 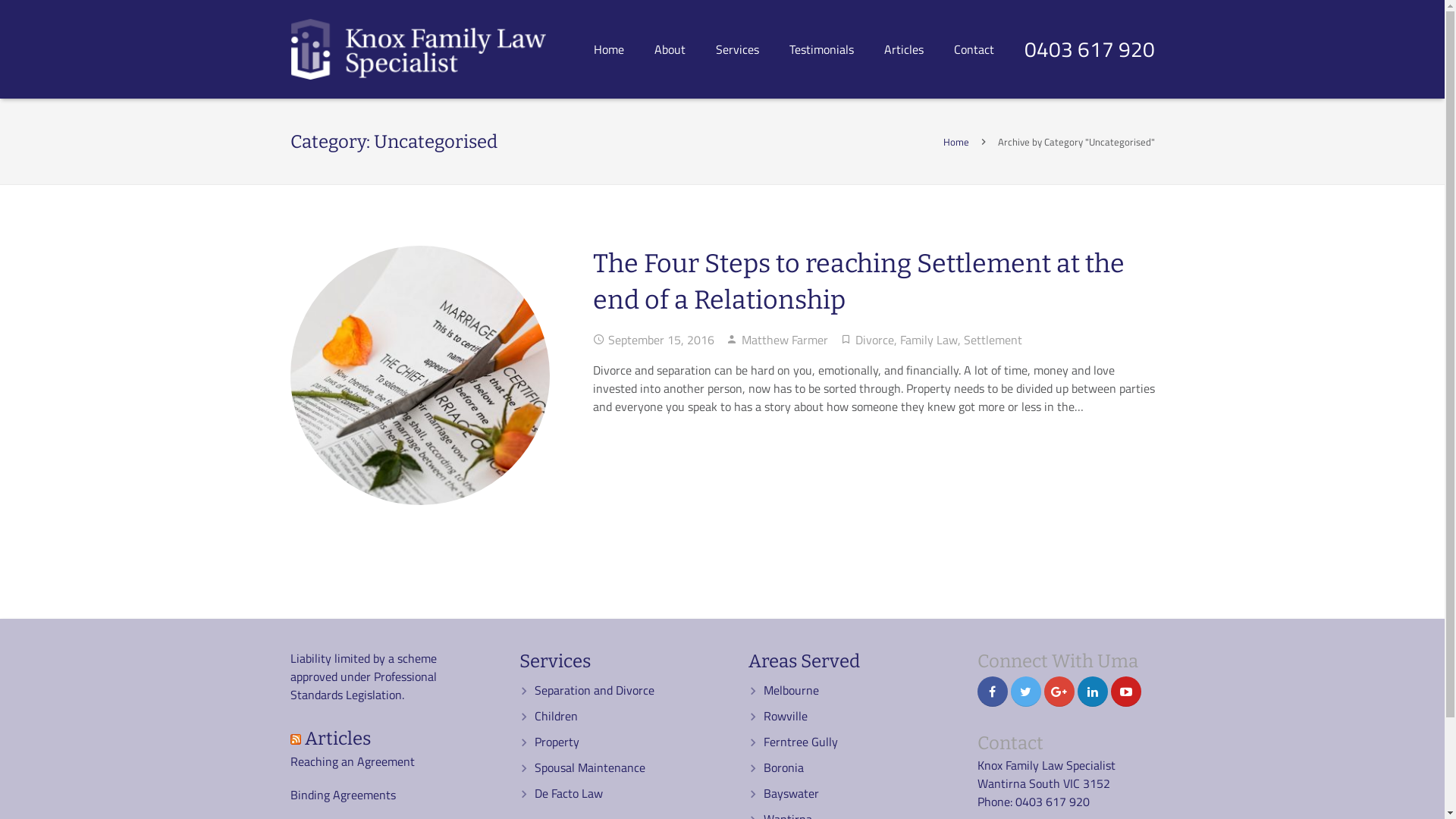 What do you see at coordinates (974, 49) in the screenshot?
I see `'Contact'` at bounding box center [974, 49].